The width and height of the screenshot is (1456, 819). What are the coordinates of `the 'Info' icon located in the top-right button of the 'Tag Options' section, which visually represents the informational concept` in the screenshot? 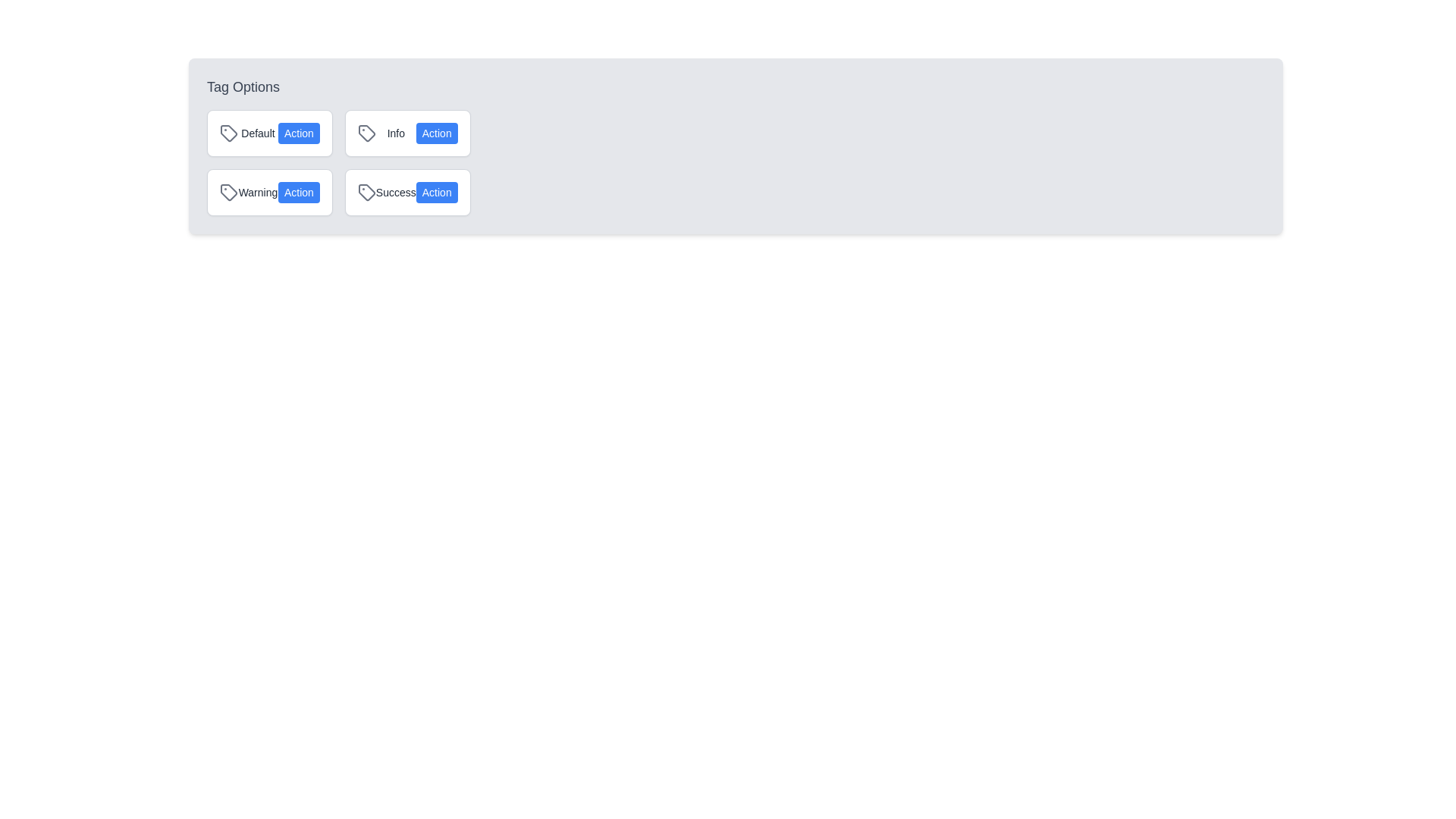 It's located at (366, 133).